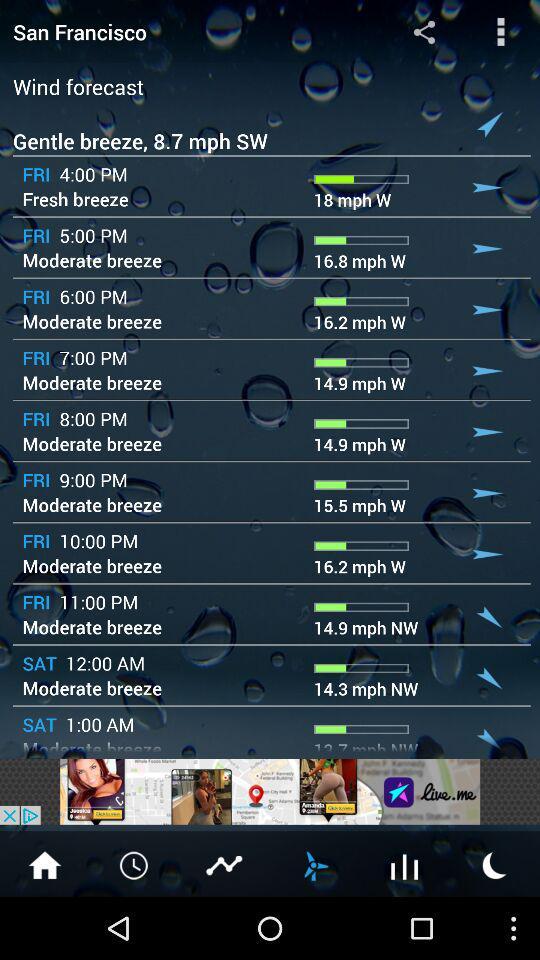 The image size is (540, 960). I want to click on more, so click(405, 863).